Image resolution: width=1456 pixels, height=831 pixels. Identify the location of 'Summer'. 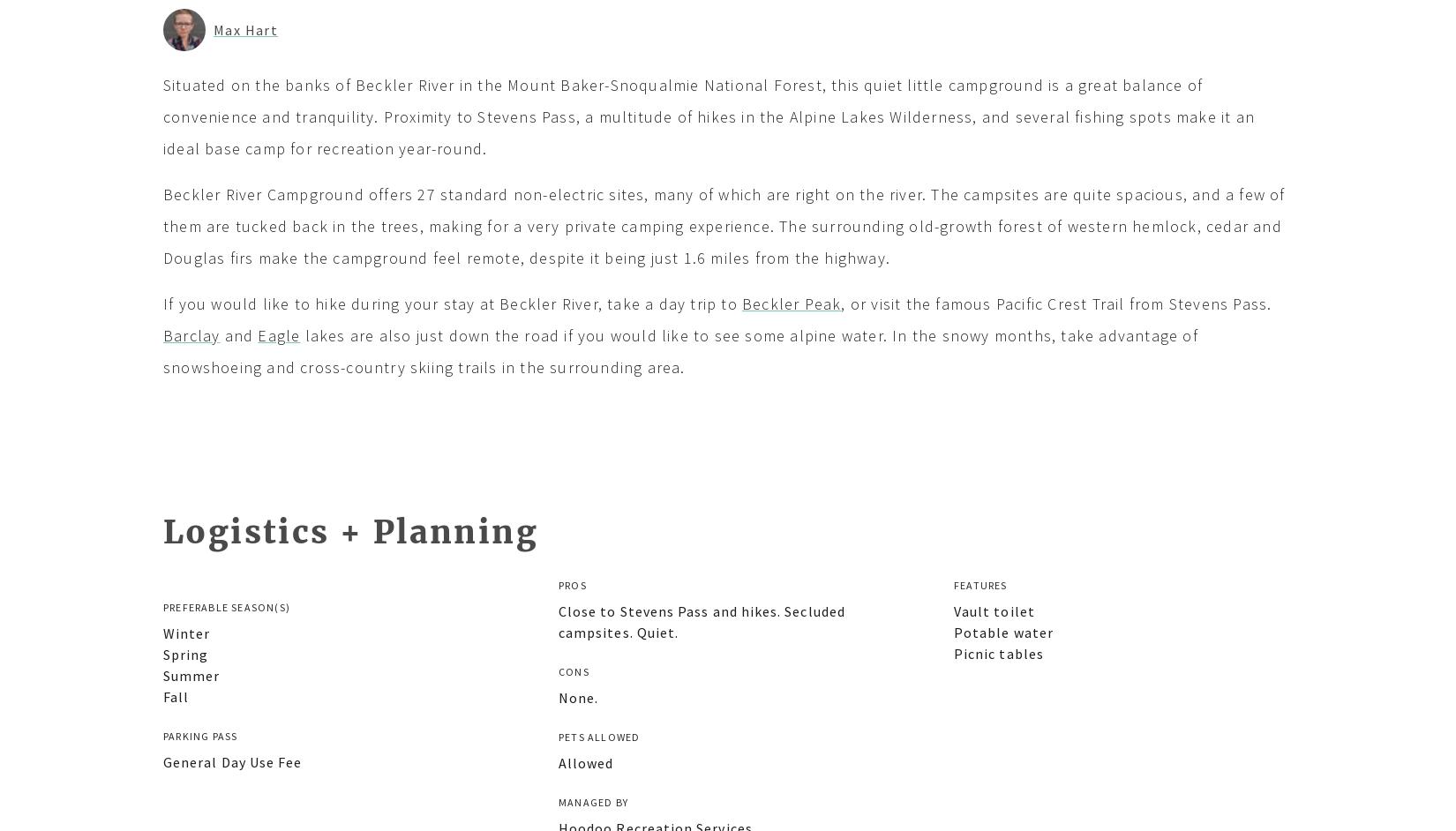
(191, 674).